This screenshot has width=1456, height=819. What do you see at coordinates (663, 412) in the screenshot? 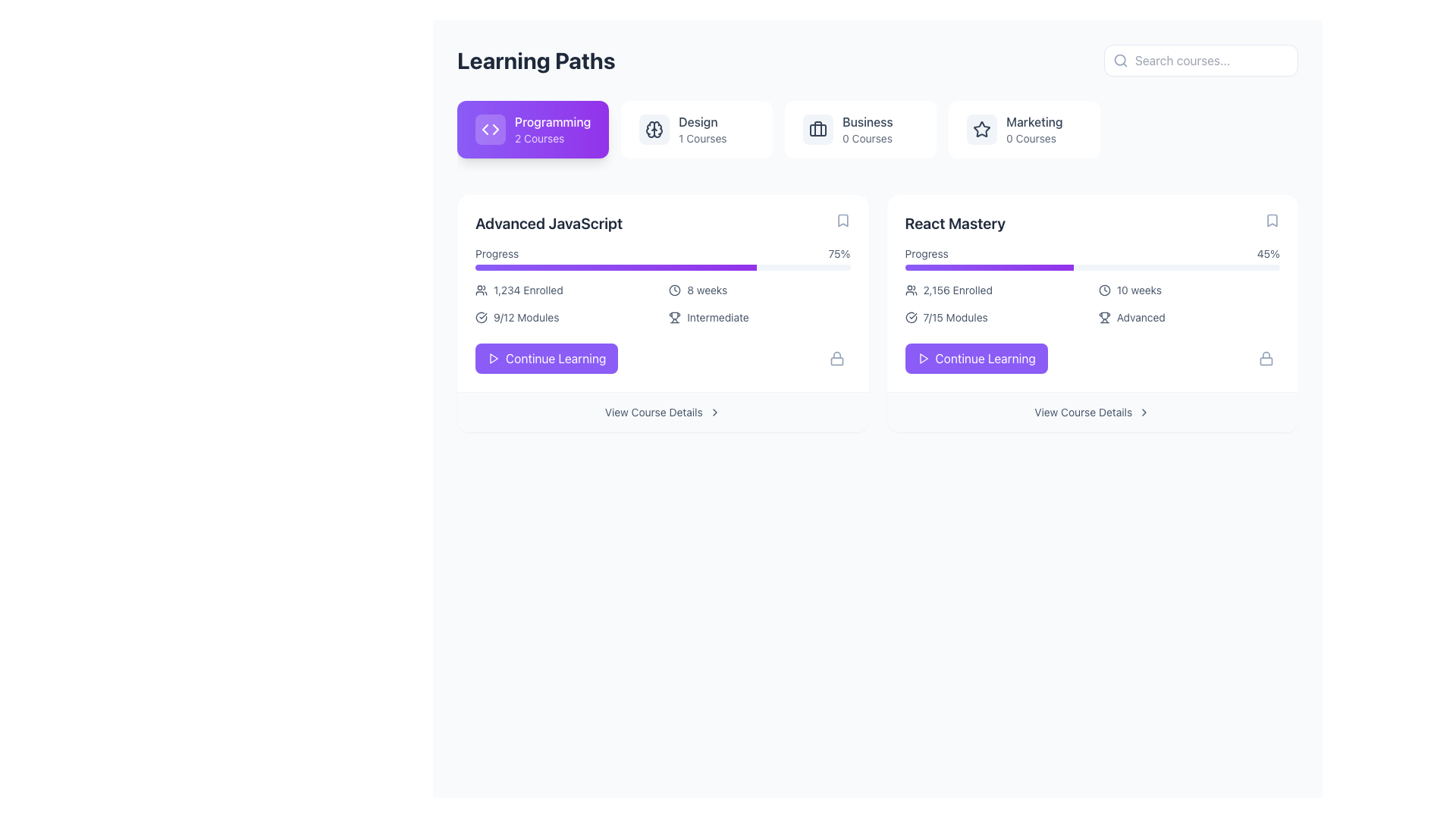
I see `the button located below the 'Continue Learning' button in the 'Advanced JavaScript' section` at bounding box center [663, 412].